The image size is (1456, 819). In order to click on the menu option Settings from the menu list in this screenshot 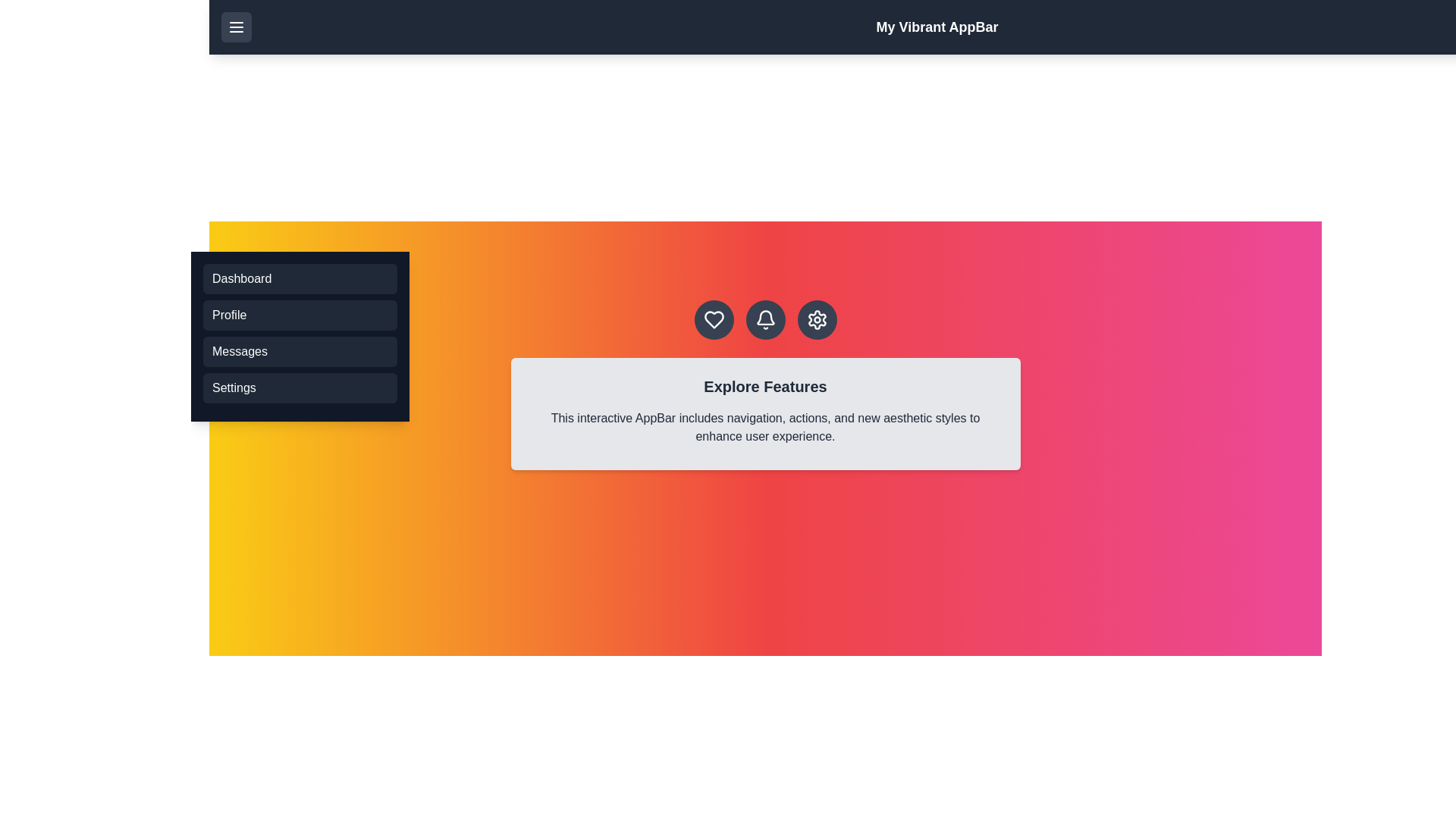, I will do `click(300, 388)`.